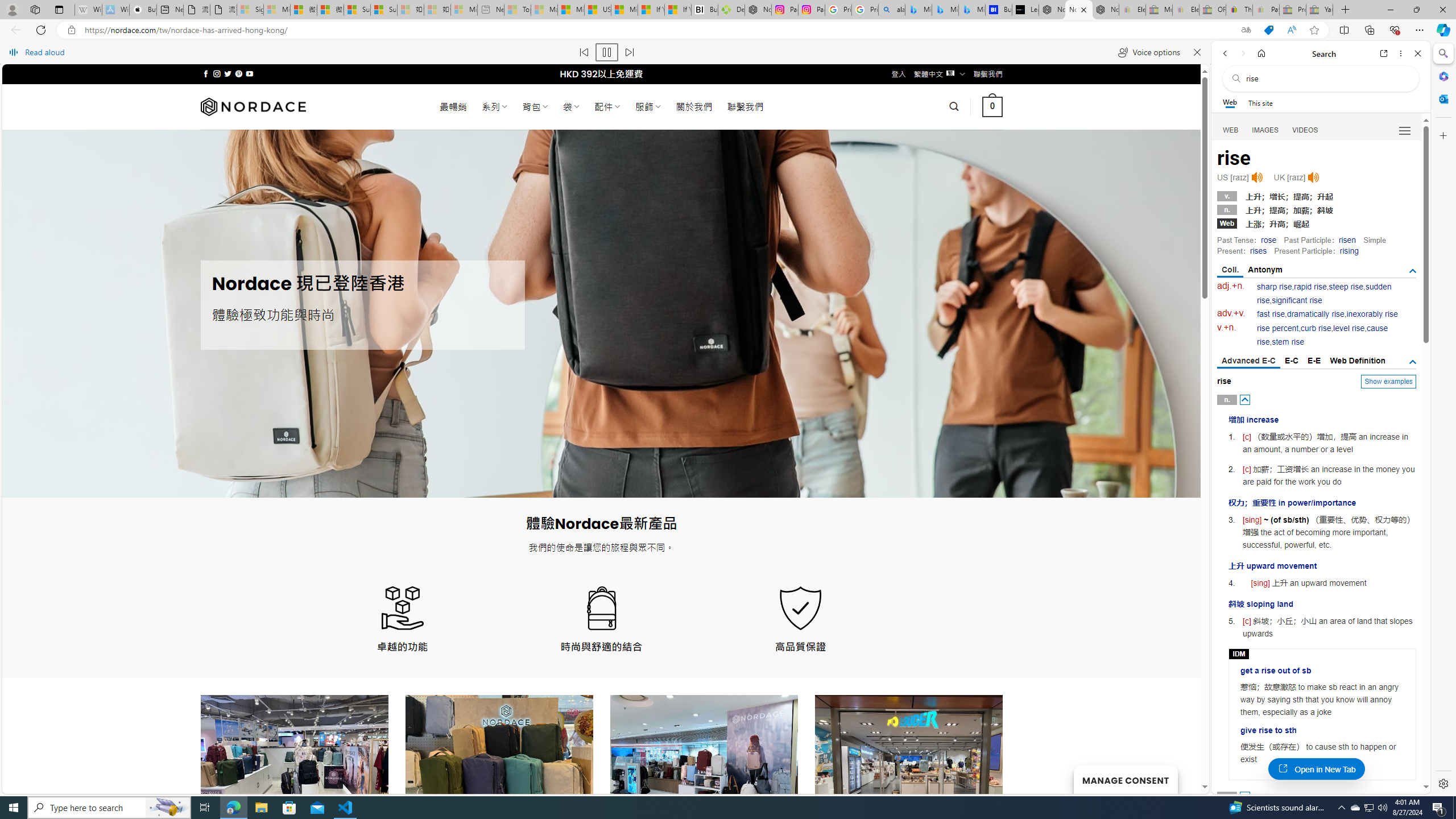 The height and width of the screenshot is (819, 1456). What do you see at coordinates (1230, 270) in the screenshot?
I see `'Coll.'` at bounding box center [1230, 270].